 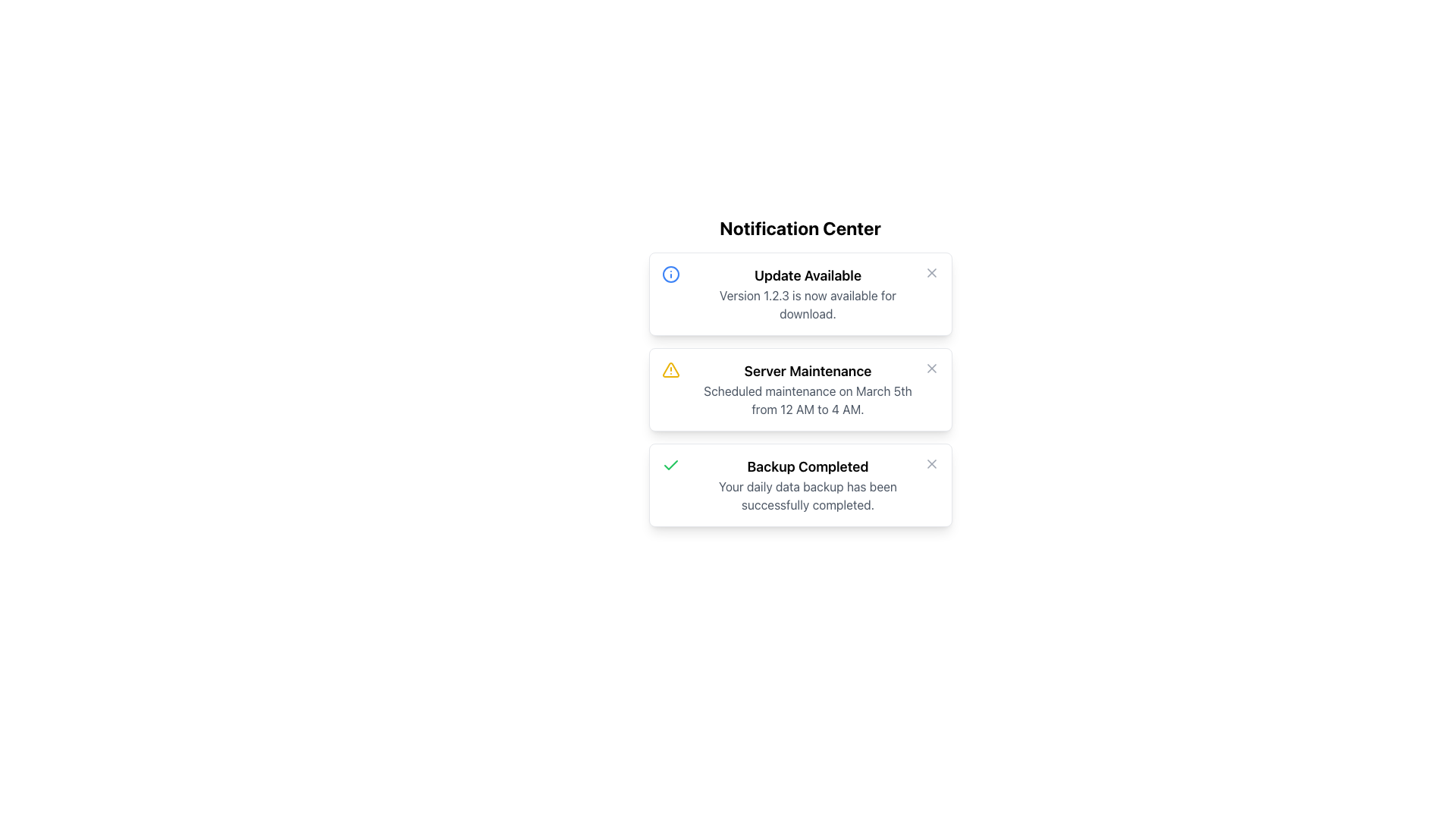 What do you see at coordinates (930, 369) in the screenshot?
I see `the 'X' button in the top-right corner of the 'Server Maintenance' notification box` at bounding box center [930, 369].